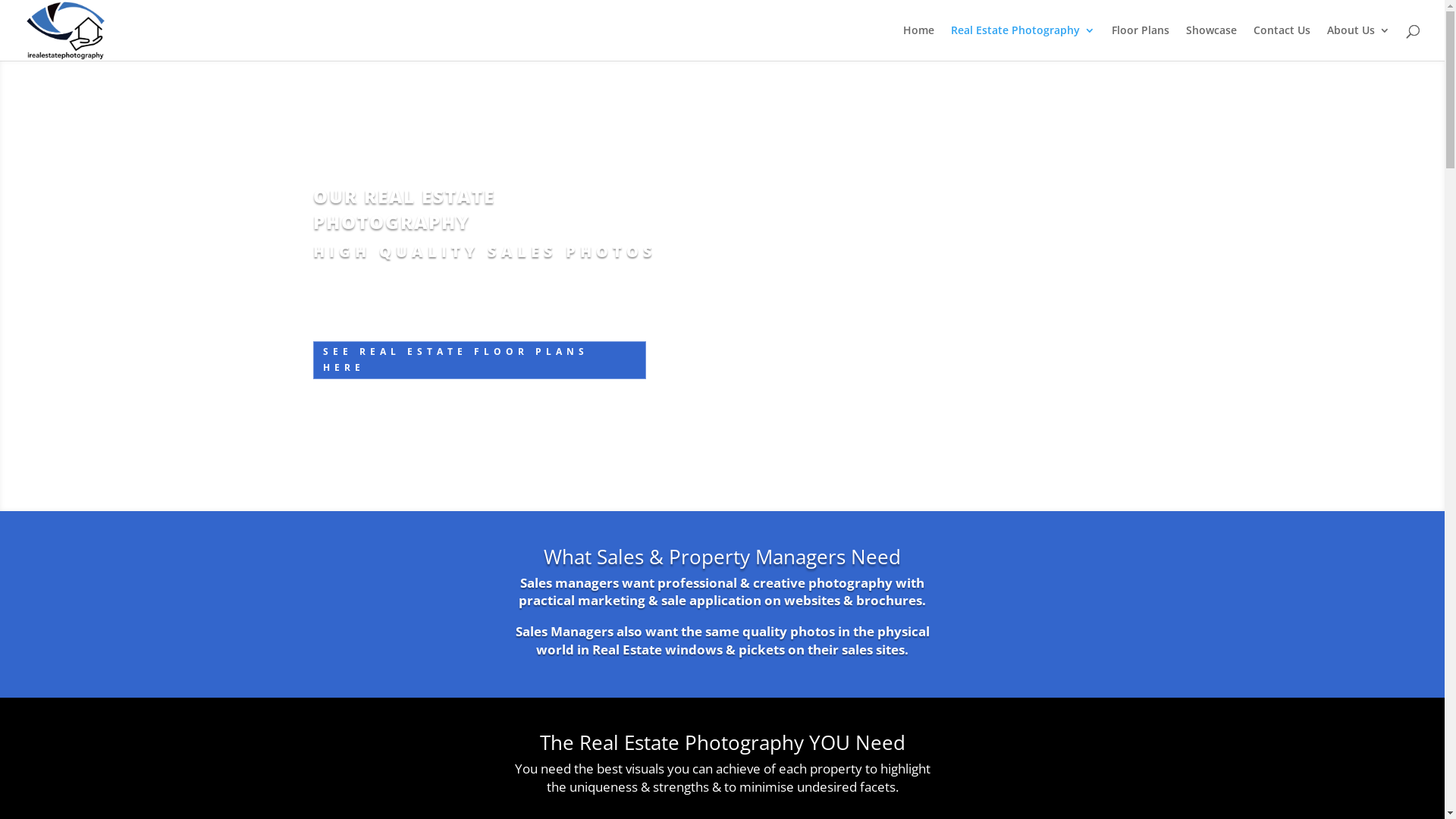 The image size is (1456, 819). What do you see at coordinates (1185, 42) in the screenshot?
I see `'Showcase'` at bounding box center [1185, 42].